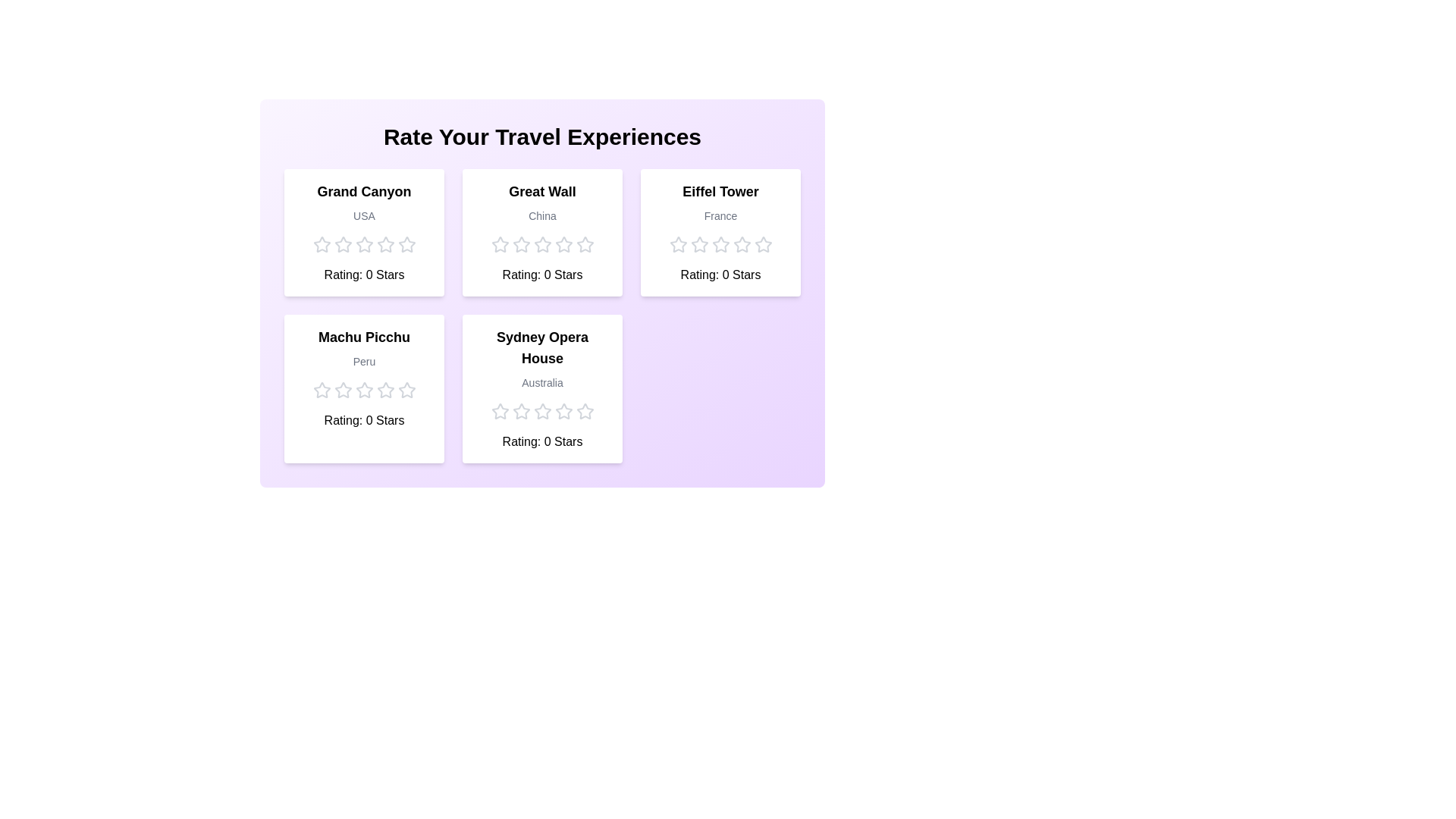 The height and width of the screenshot is (819, 1456). What do you see at coordinates (364, 244) in the screenshot?
I see `the star icon to visualize the rating for 3 stars` at bounding box center [364, 244].